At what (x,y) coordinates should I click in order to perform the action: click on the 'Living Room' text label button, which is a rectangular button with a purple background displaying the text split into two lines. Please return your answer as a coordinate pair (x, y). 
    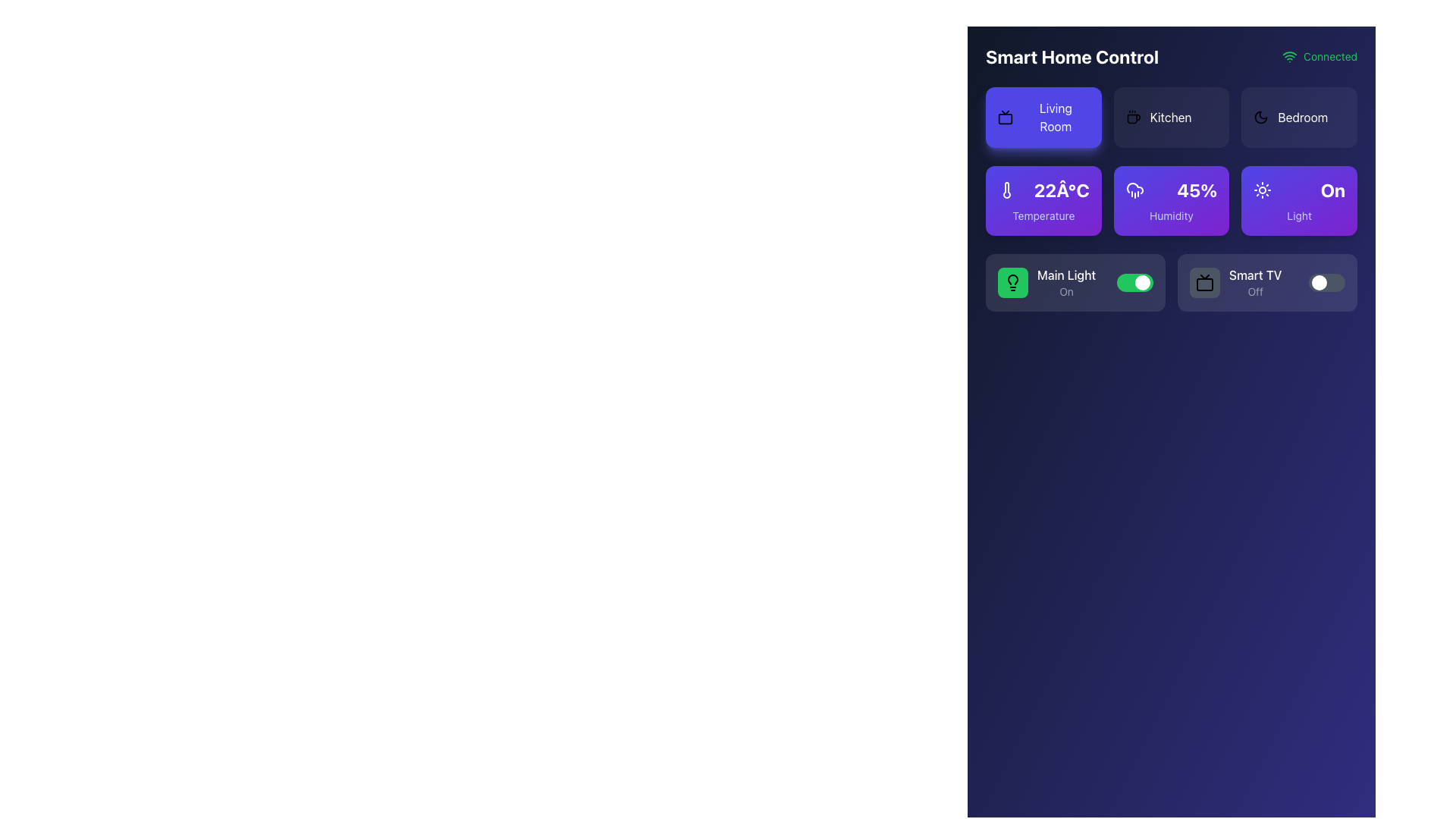
    Looking at the image, I should click on (1055, 116).